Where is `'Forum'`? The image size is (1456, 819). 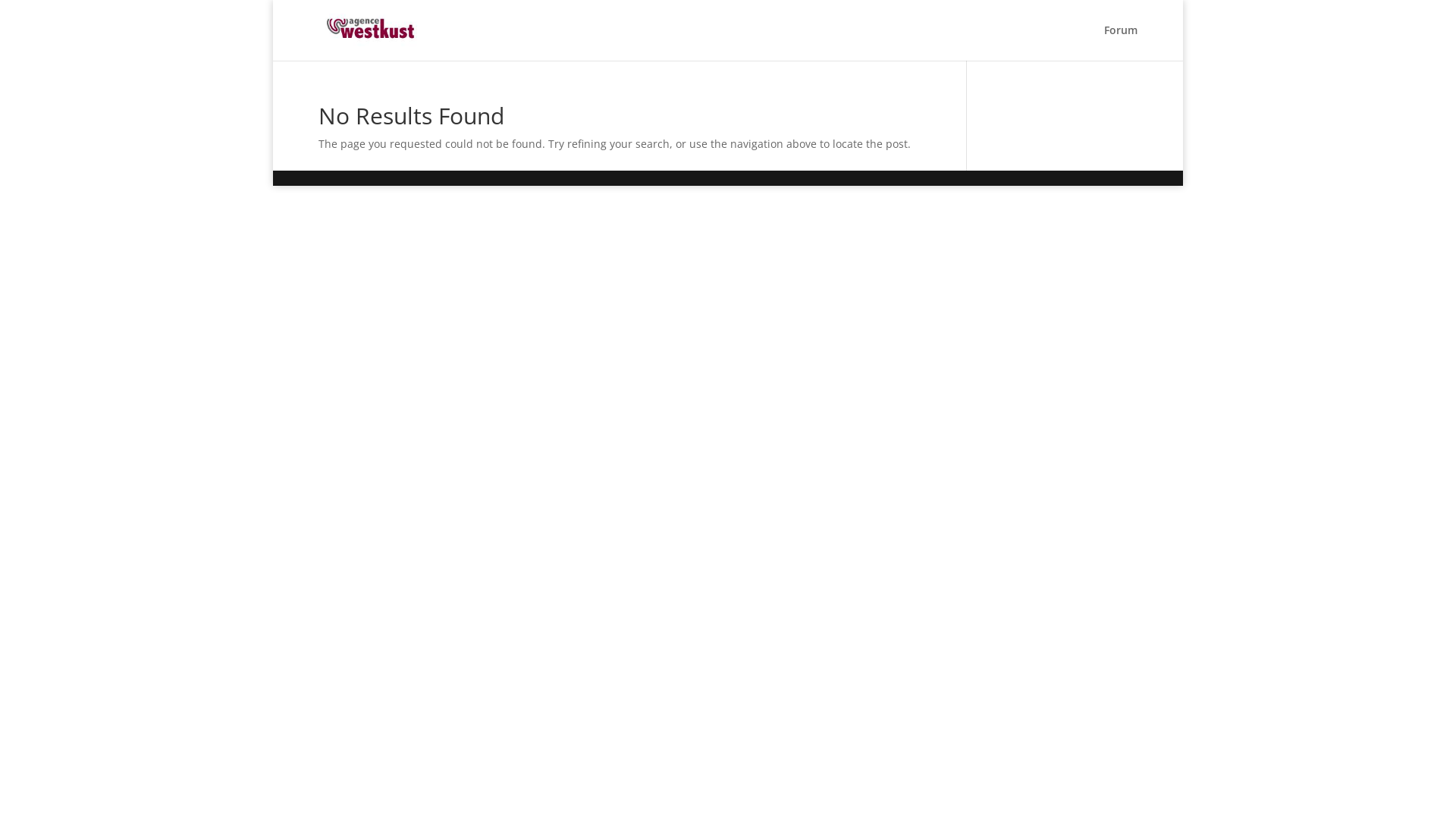 'Forum' is located at coordinates (1121, 42).